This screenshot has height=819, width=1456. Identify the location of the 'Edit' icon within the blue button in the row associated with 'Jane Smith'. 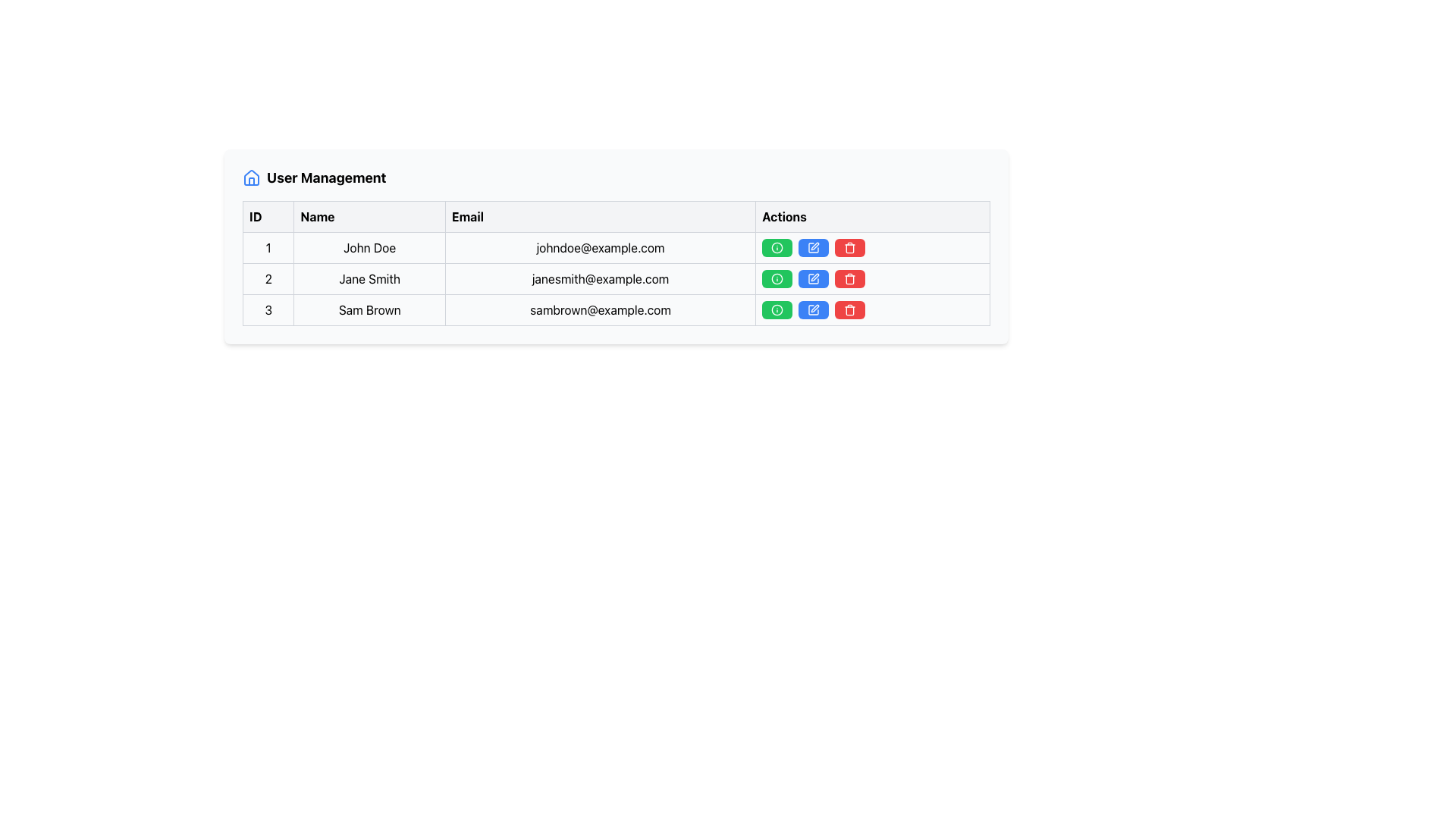
(814, 278).